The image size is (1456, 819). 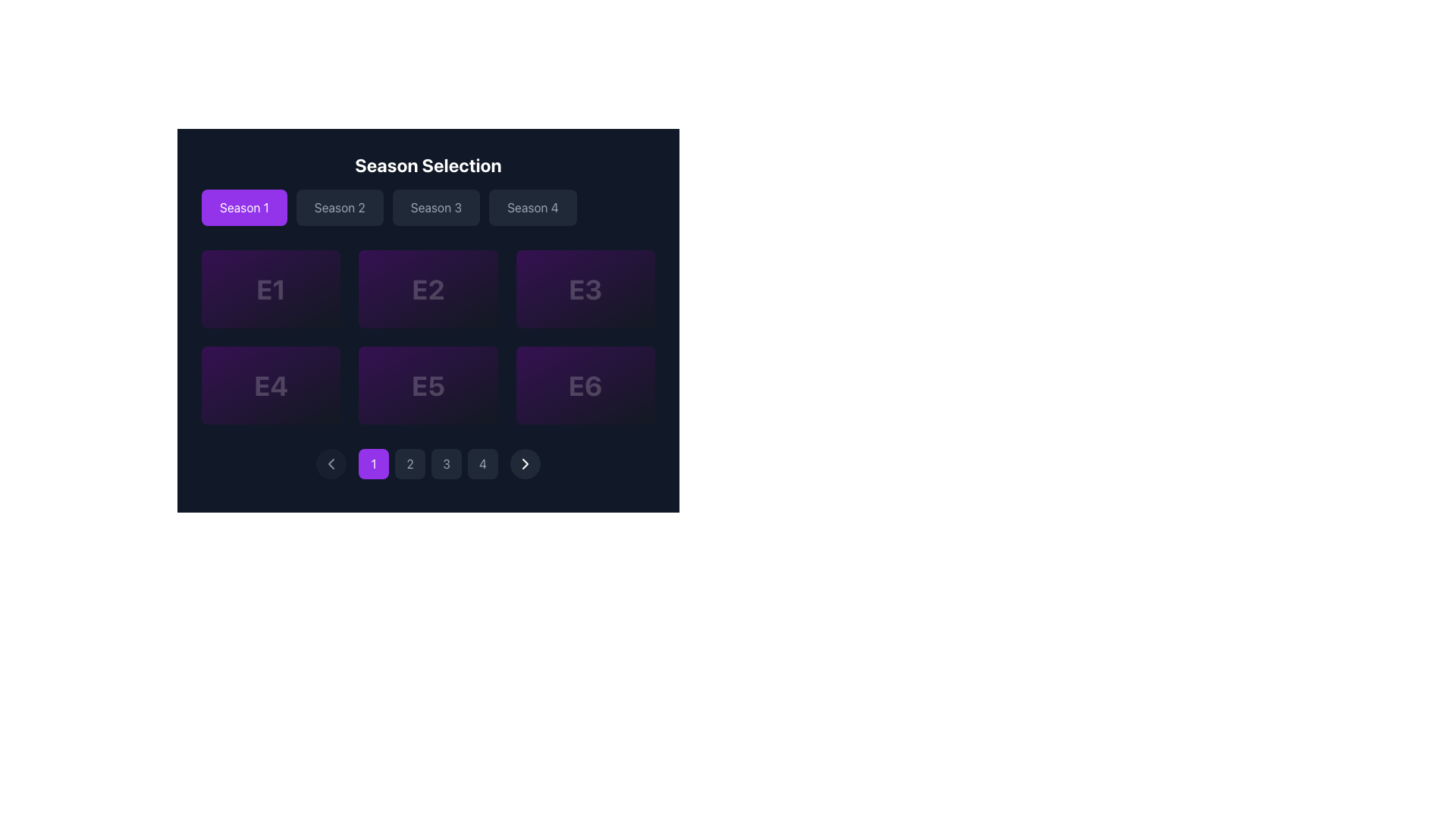 I want to click on the pagination button located at the far right of the pagination control area, so click(x=525, y=463).